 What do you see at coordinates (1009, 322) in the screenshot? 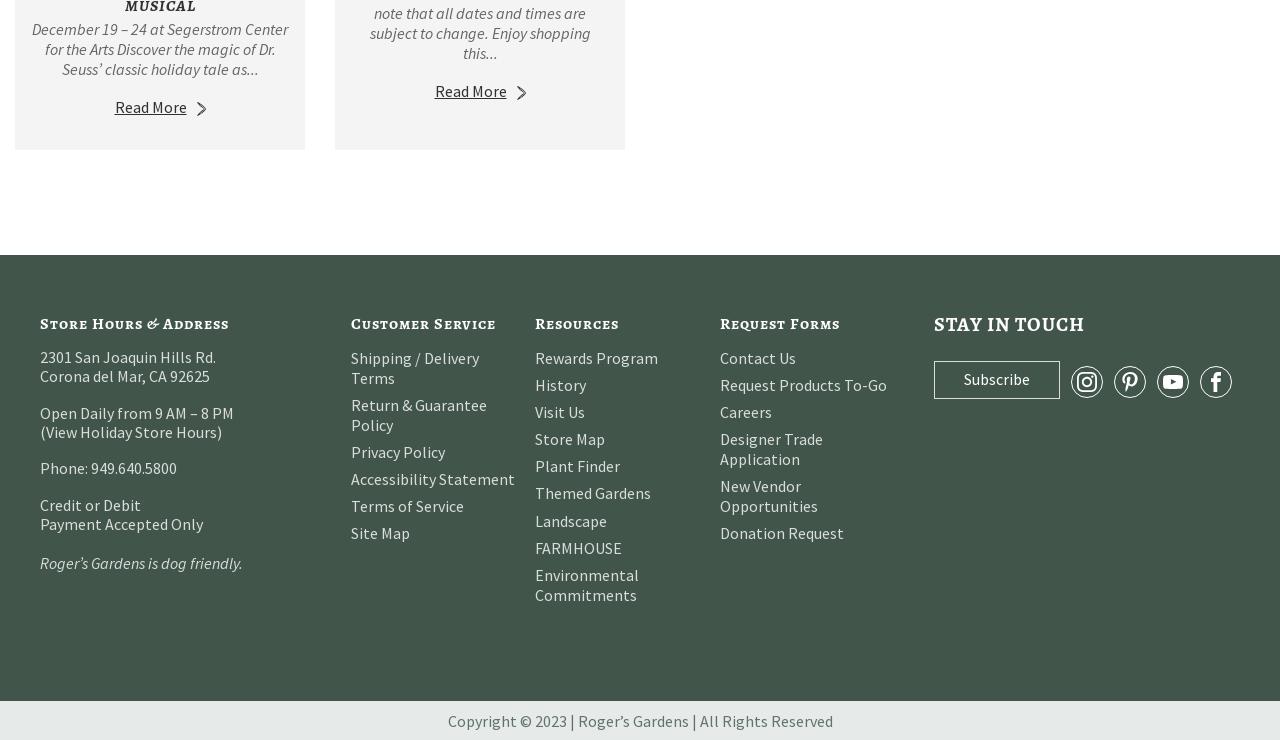
I see `'Stay in Touch'` at bounding box center [1009, 322].